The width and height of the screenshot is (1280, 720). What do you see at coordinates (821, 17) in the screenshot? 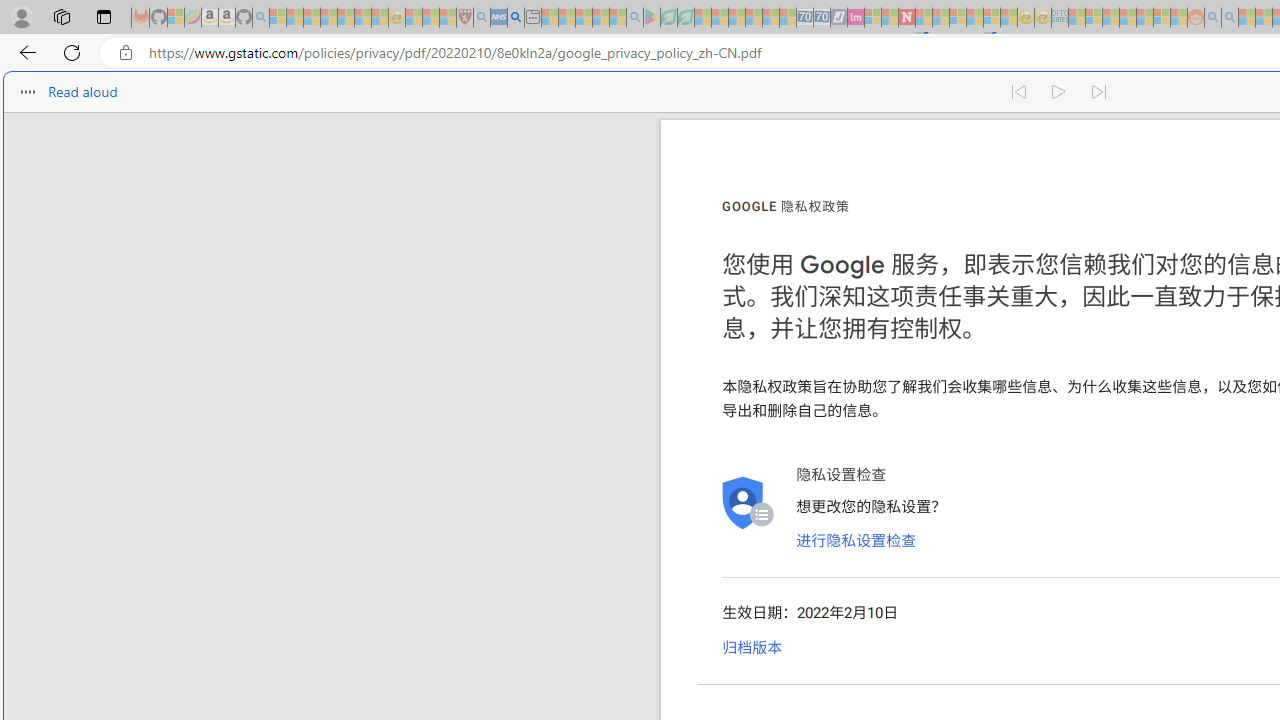
I see `'Cheap Hotels - Save70.com - Sleeping'` at bounding box center [821, 17].